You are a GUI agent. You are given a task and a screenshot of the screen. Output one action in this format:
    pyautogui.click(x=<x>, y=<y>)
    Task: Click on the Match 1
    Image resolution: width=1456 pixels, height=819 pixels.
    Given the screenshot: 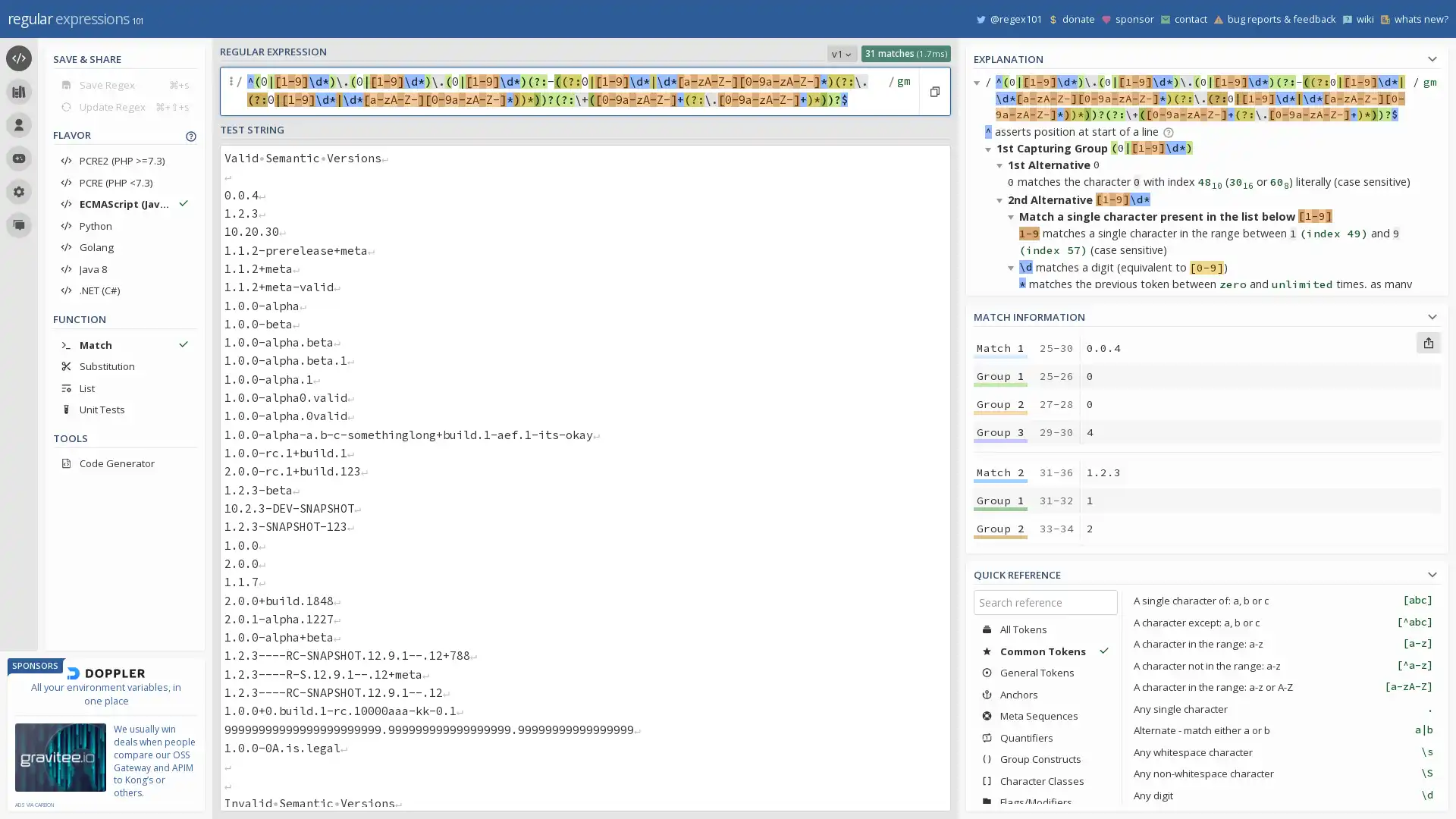 What is the action you would take?
    pyautogui.click(x=1000, y=348)
    